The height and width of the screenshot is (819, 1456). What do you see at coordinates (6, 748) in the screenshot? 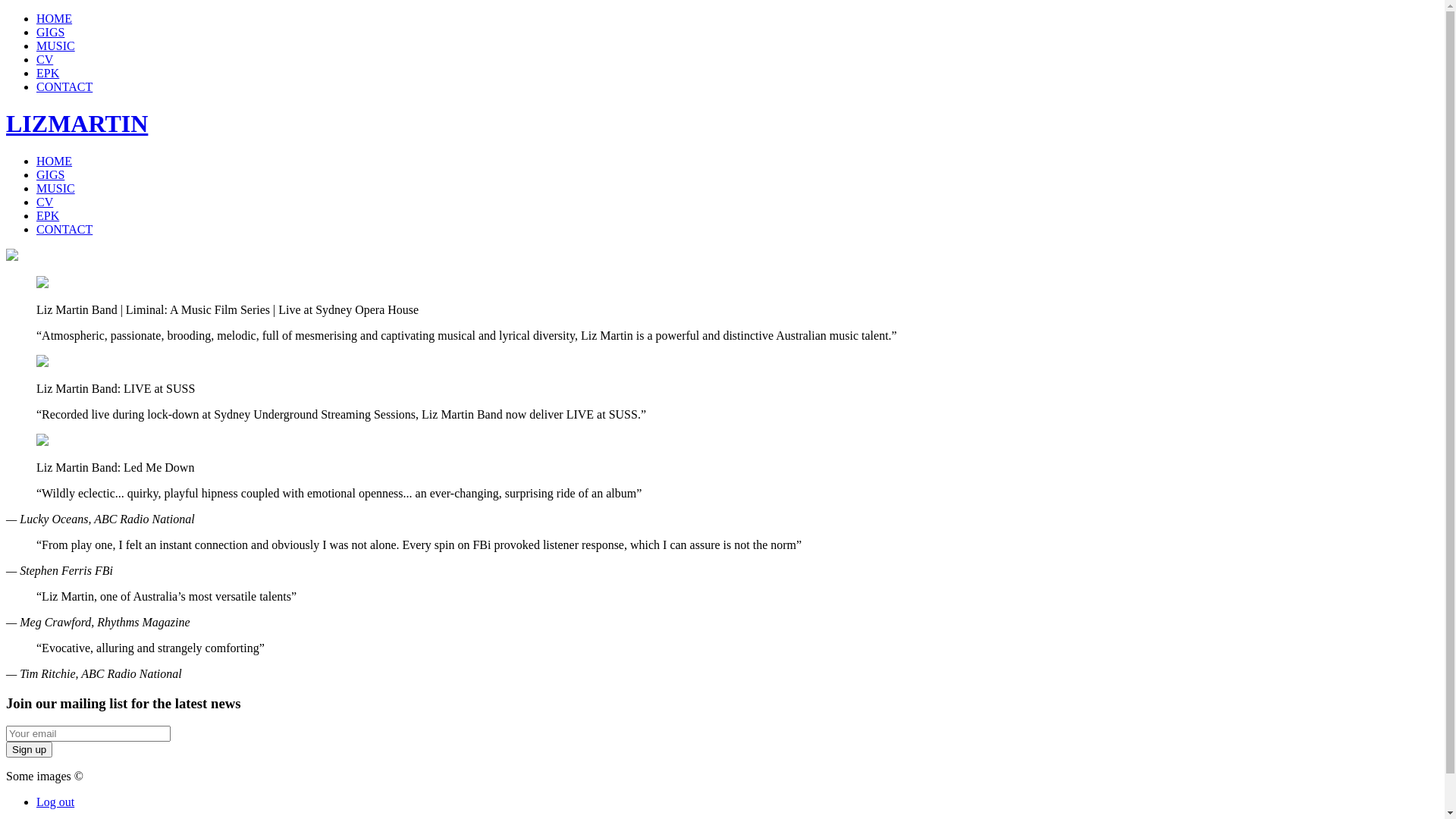
I see `'Sign up'` at bounding box center [6, 748].